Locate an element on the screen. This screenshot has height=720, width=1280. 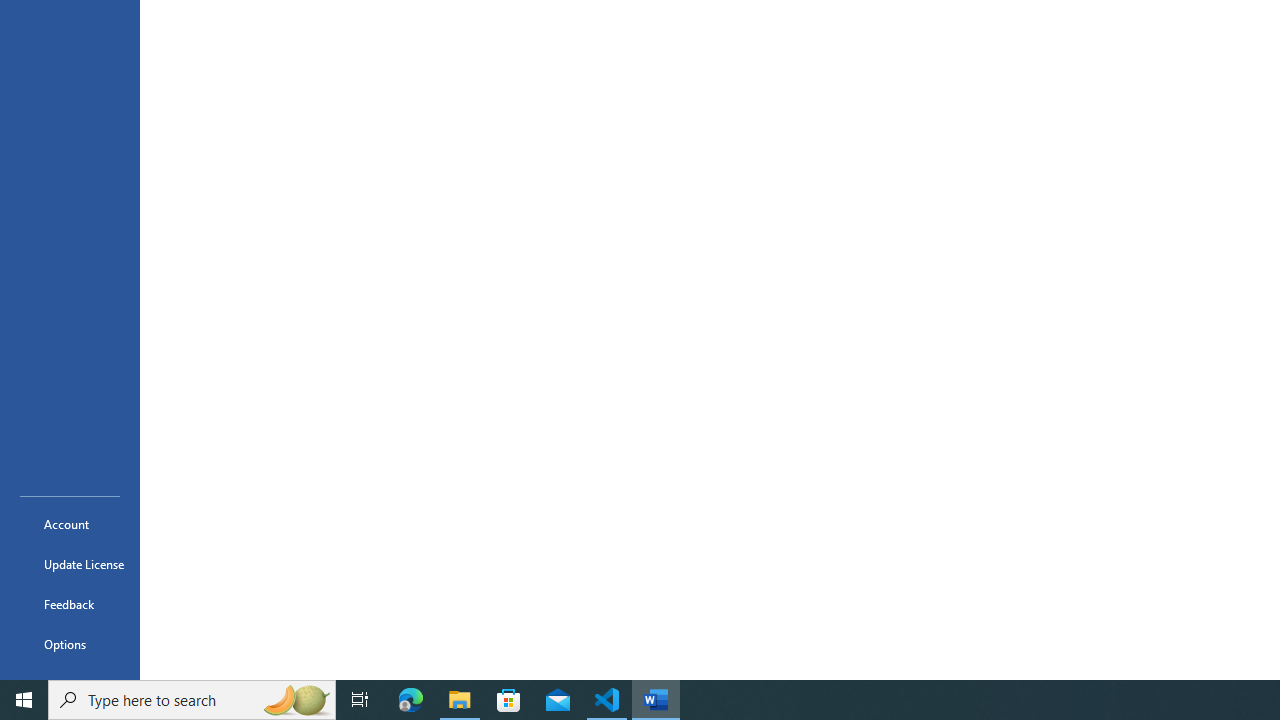
'Feedback' is located at coordinates (69, 603).